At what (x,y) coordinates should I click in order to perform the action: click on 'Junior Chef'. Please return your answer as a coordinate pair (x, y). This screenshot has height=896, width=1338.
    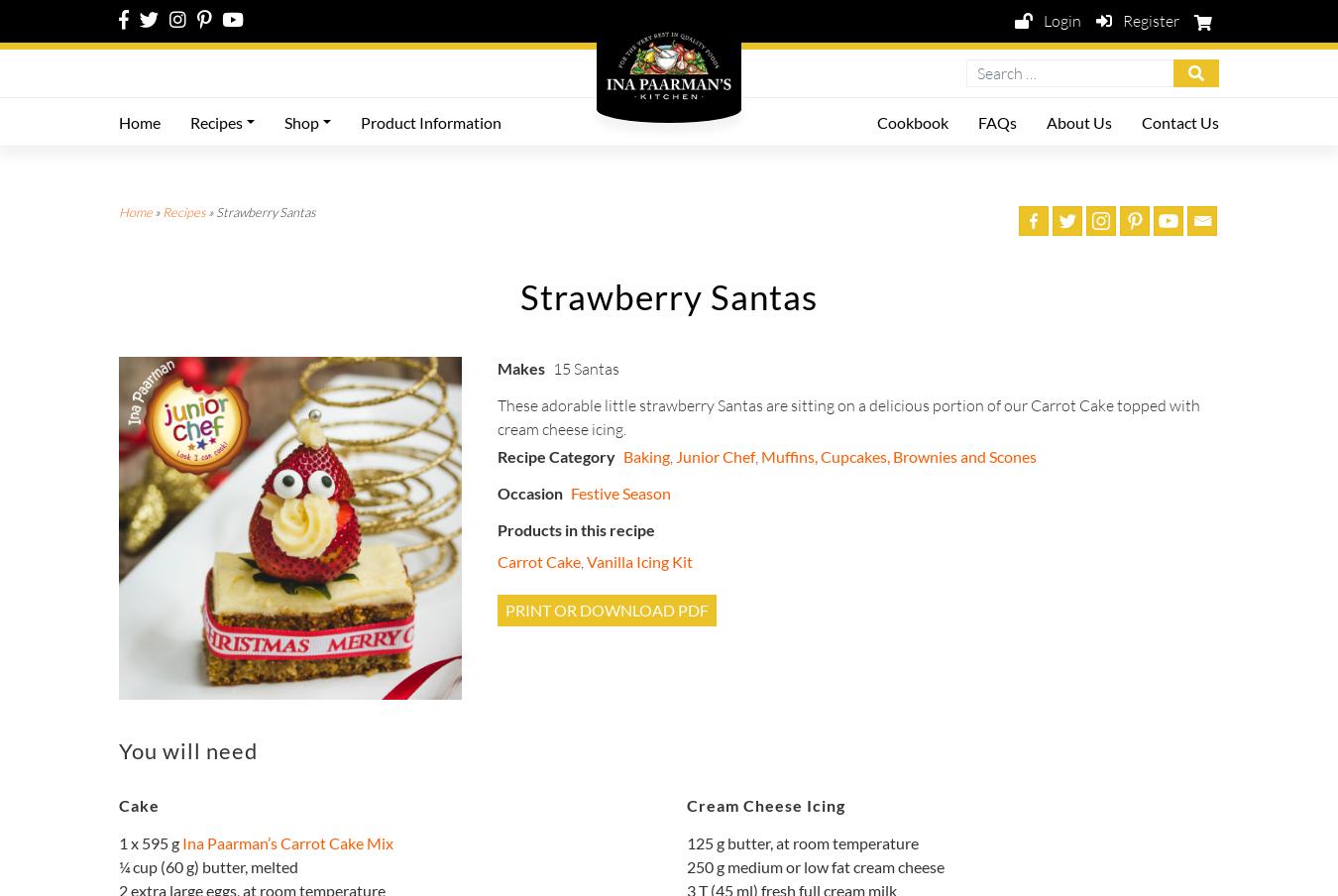
    Looking at the image, I should click on (714, 455).